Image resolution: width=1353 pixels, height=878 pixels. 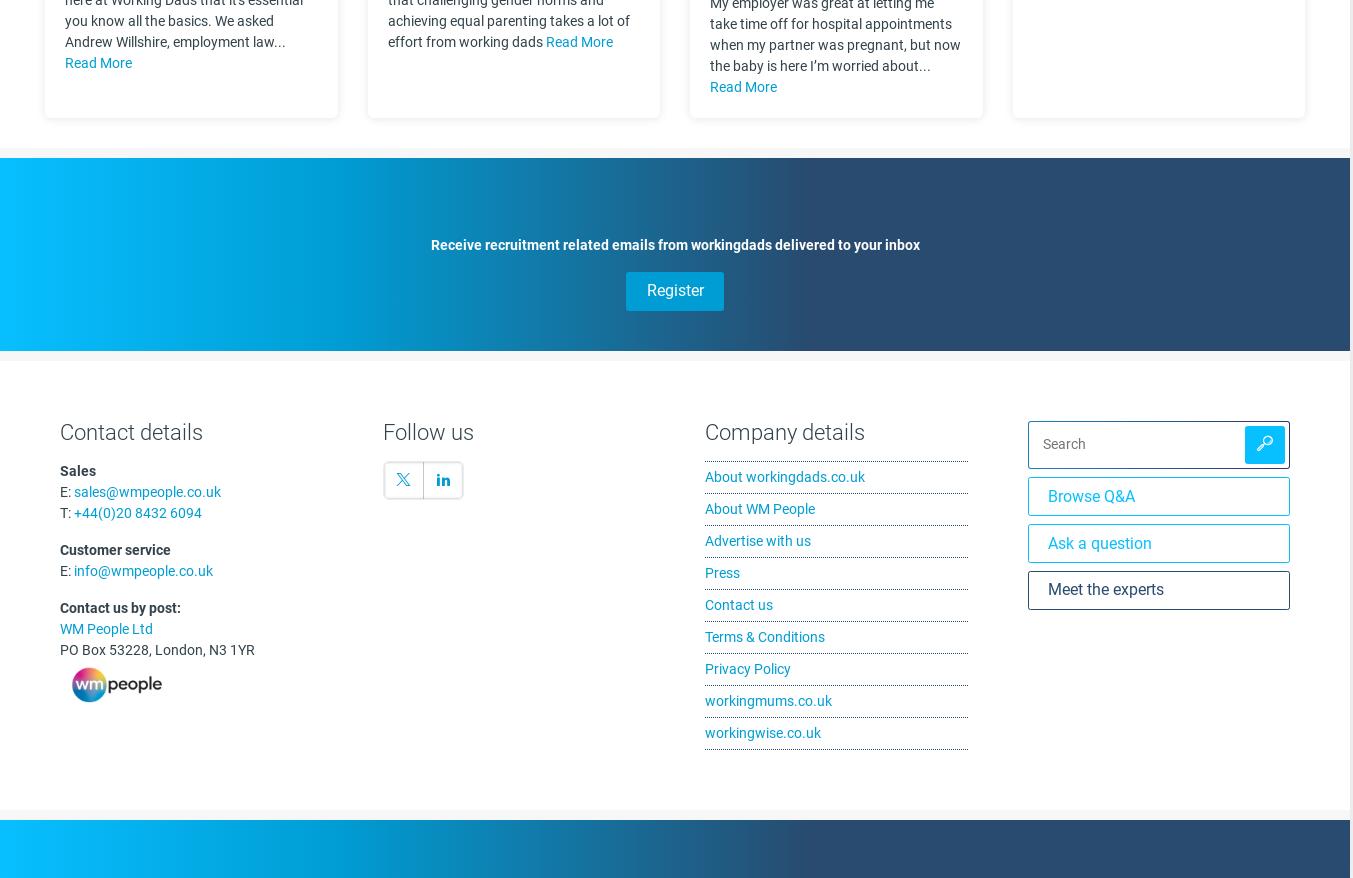 What do you see at coordinates (763, 635) in the screenshot?
I see `'Terms & Conditions'` at bounding box center [763, 635].